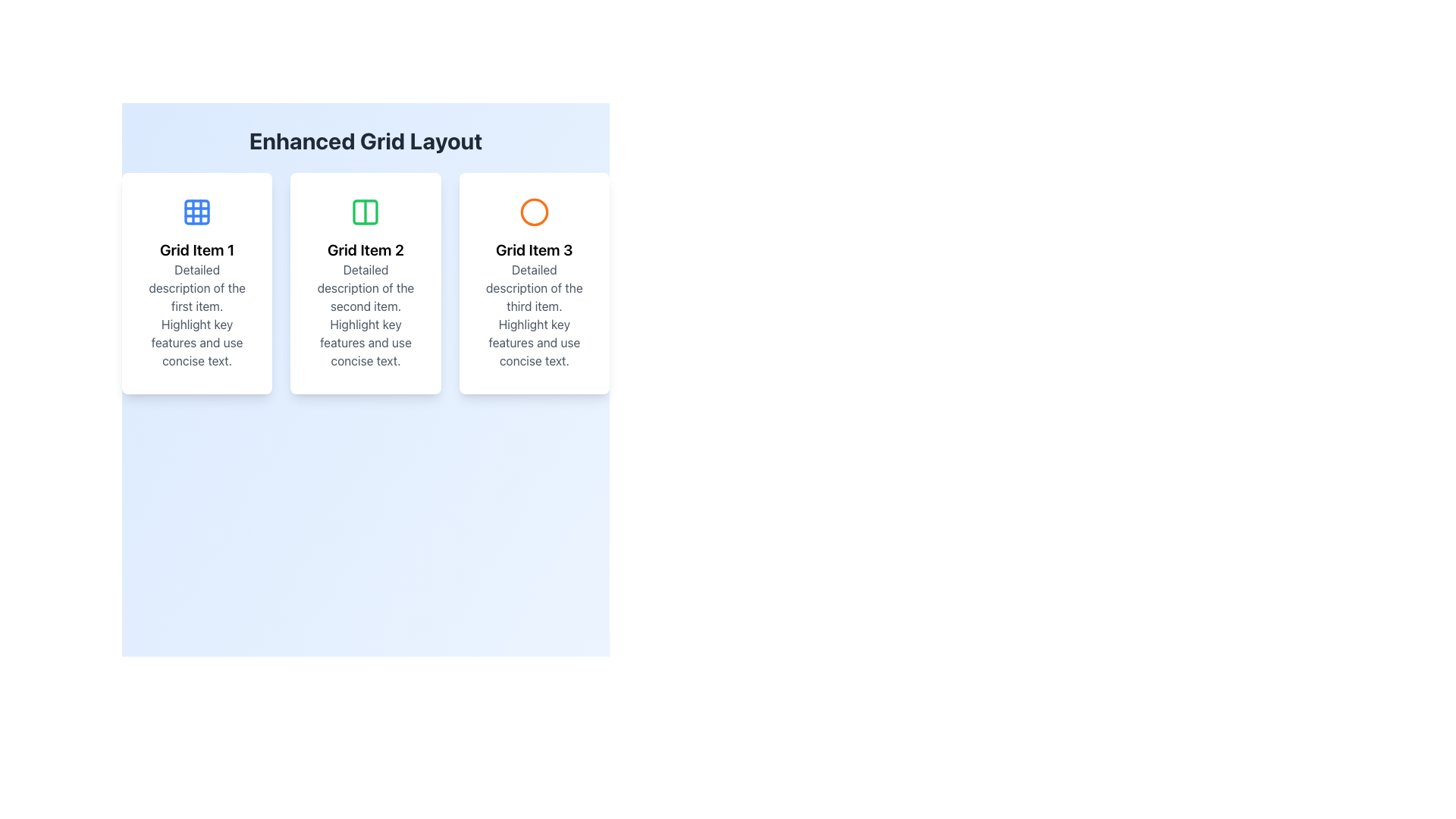 The width and height of the screenshot is (1456, 819). What do you see at coordinates (196, 284) in the screenshot?
I see `the Informational Card titled 'Grid Item 1', which is the first card in a grid layout, featuring a white background, rounded edges, and a blue icon at the top` at bounding box center [196, 284].